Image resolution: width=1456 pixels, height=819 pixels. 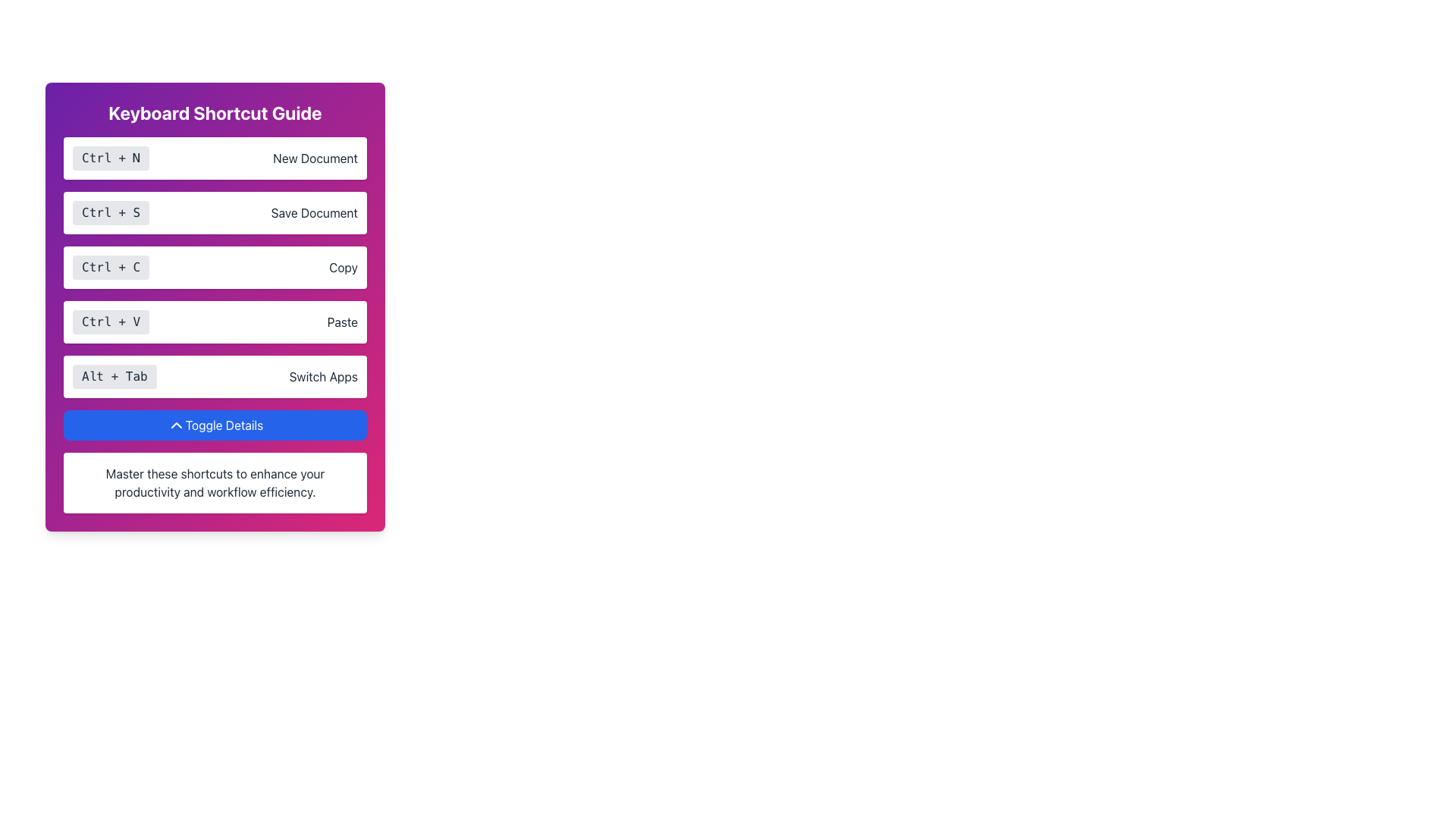 I want to click on the text label that represents a keyboard shortcut combination, located to the left of the 'Copy' text element in the third option of a vertically oriented list, so click(x=110, y=267).